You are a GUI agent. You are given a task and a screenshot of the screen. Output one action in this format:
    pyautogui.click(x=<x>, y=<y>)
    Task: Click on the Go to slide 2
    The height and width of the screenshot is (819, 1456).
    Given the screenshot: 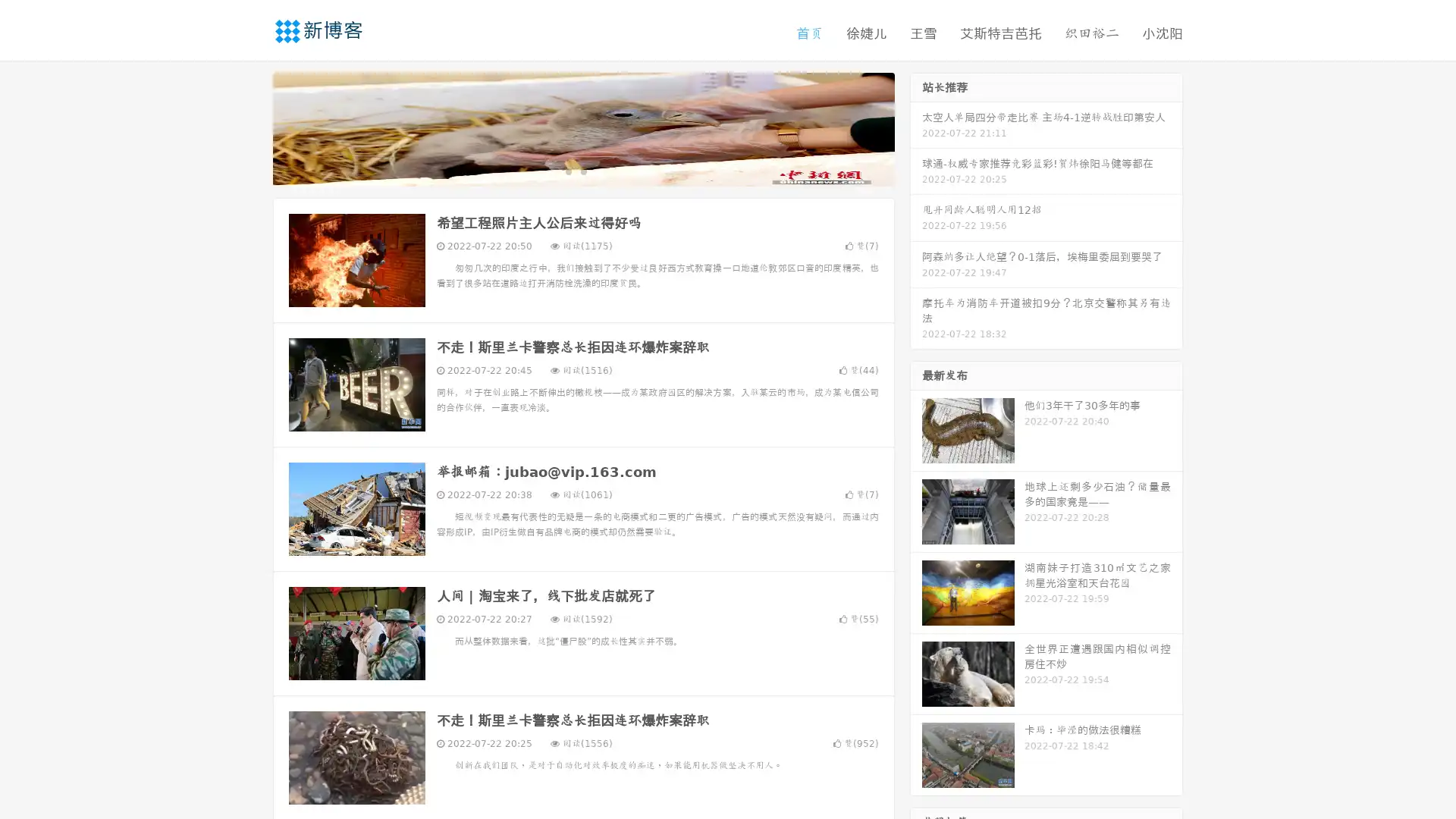 What is the action you would take?
    pyautogui.click(x=582, y=171)
    